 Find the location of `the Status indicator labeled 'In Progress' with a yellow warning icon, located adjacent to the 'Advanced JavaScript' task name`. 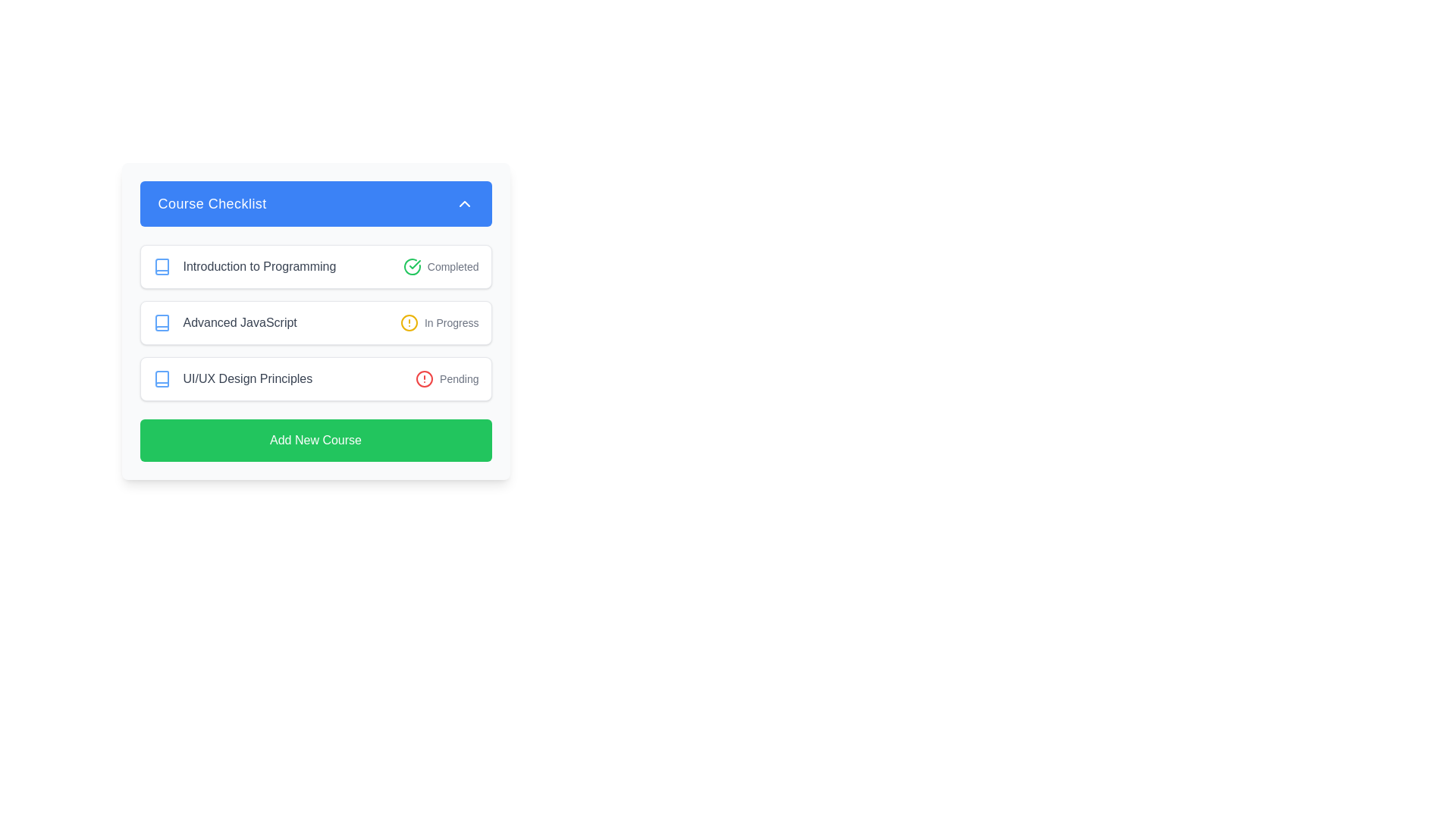

the Status indicator labeled 'In Progress' with a yellow warning icon, located adjacent to the 'Advanced JavaScript' task name is located at coordinates (438, 322).